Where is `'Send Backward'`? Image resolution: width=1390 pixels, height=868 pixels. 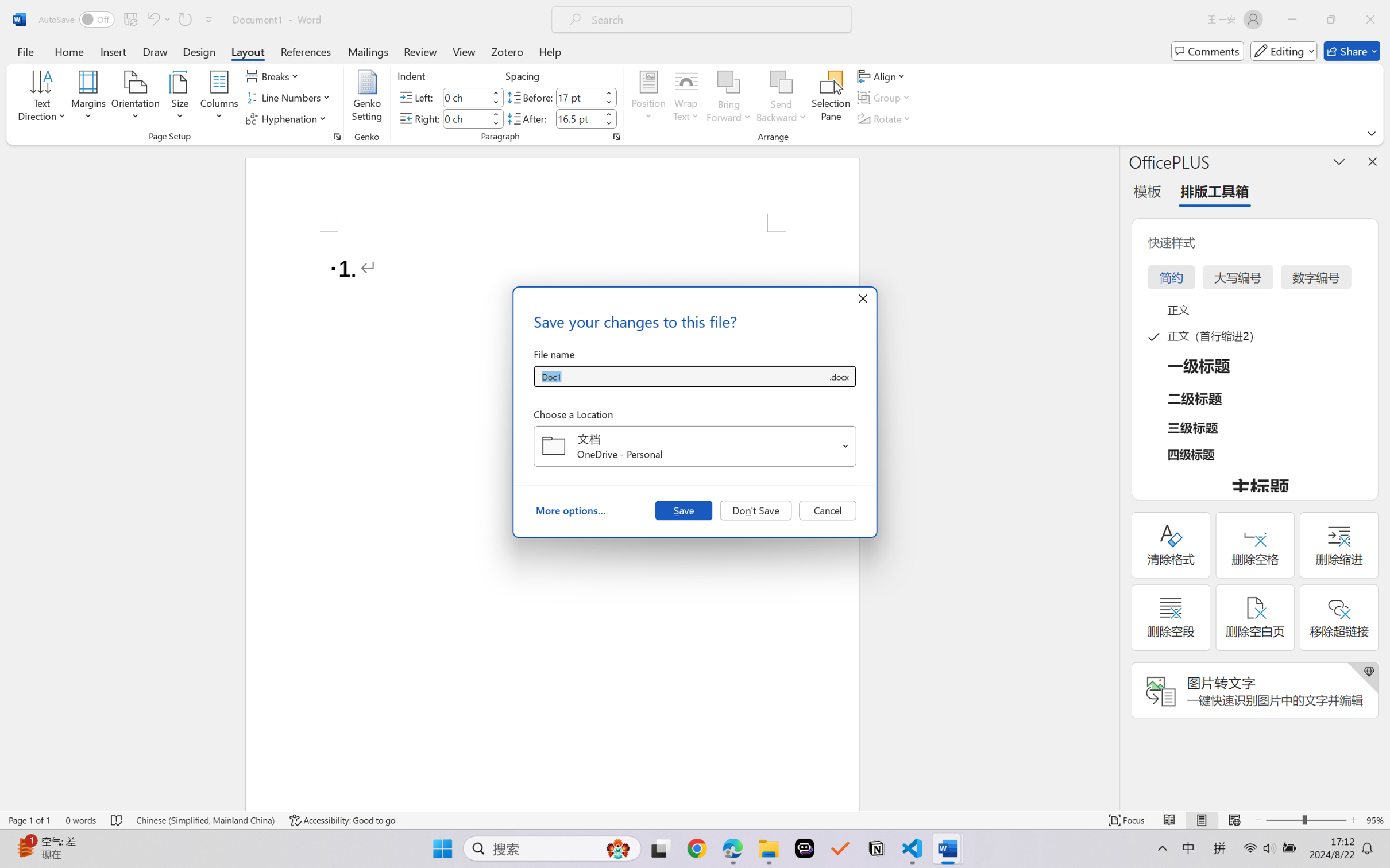
'Send Backward' is located at coordinates (781, 82).